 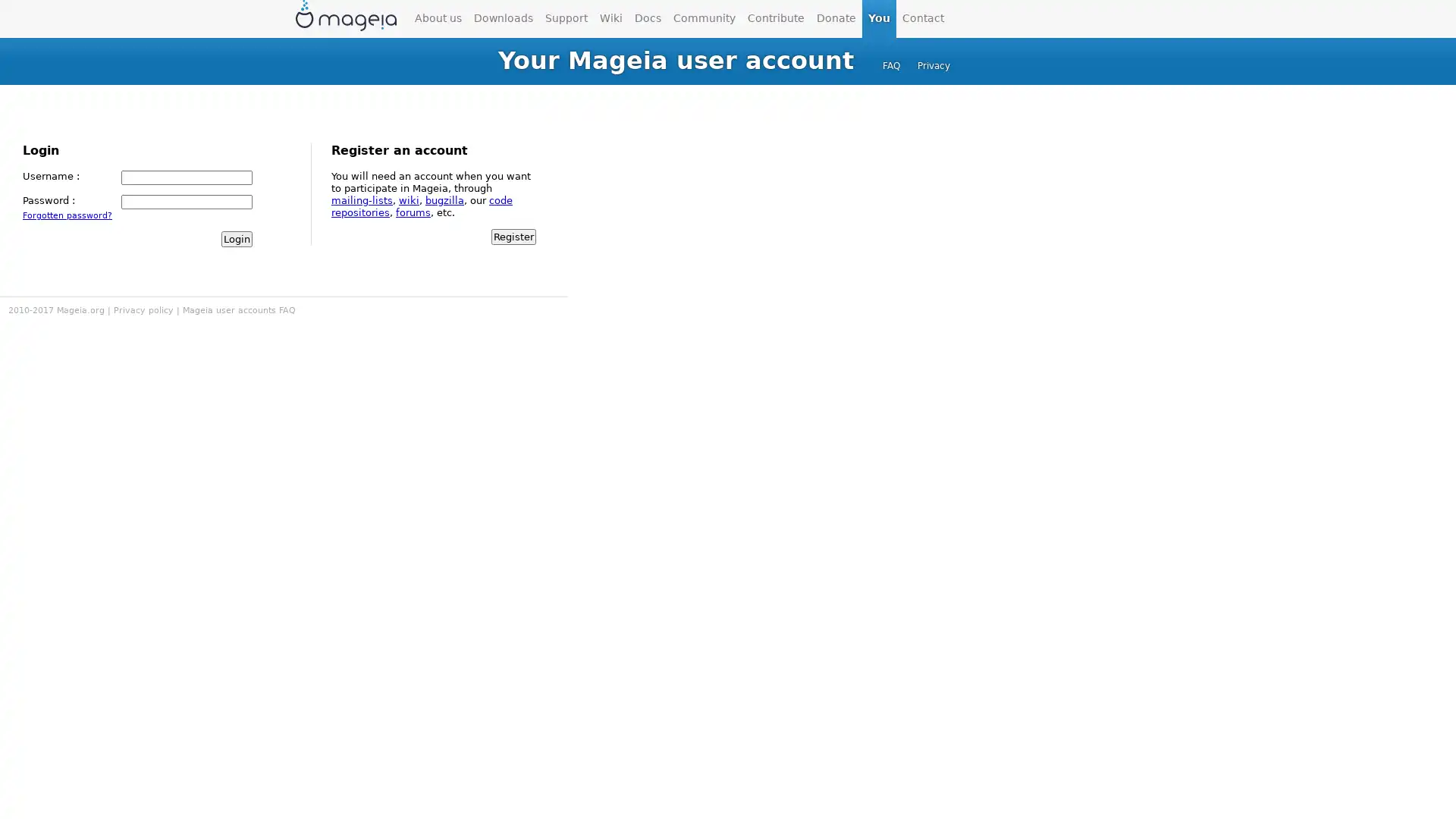 What do you see at coordinates (513, 236) in the screenshot?
I see `Register` at bounding box center [513, 236].